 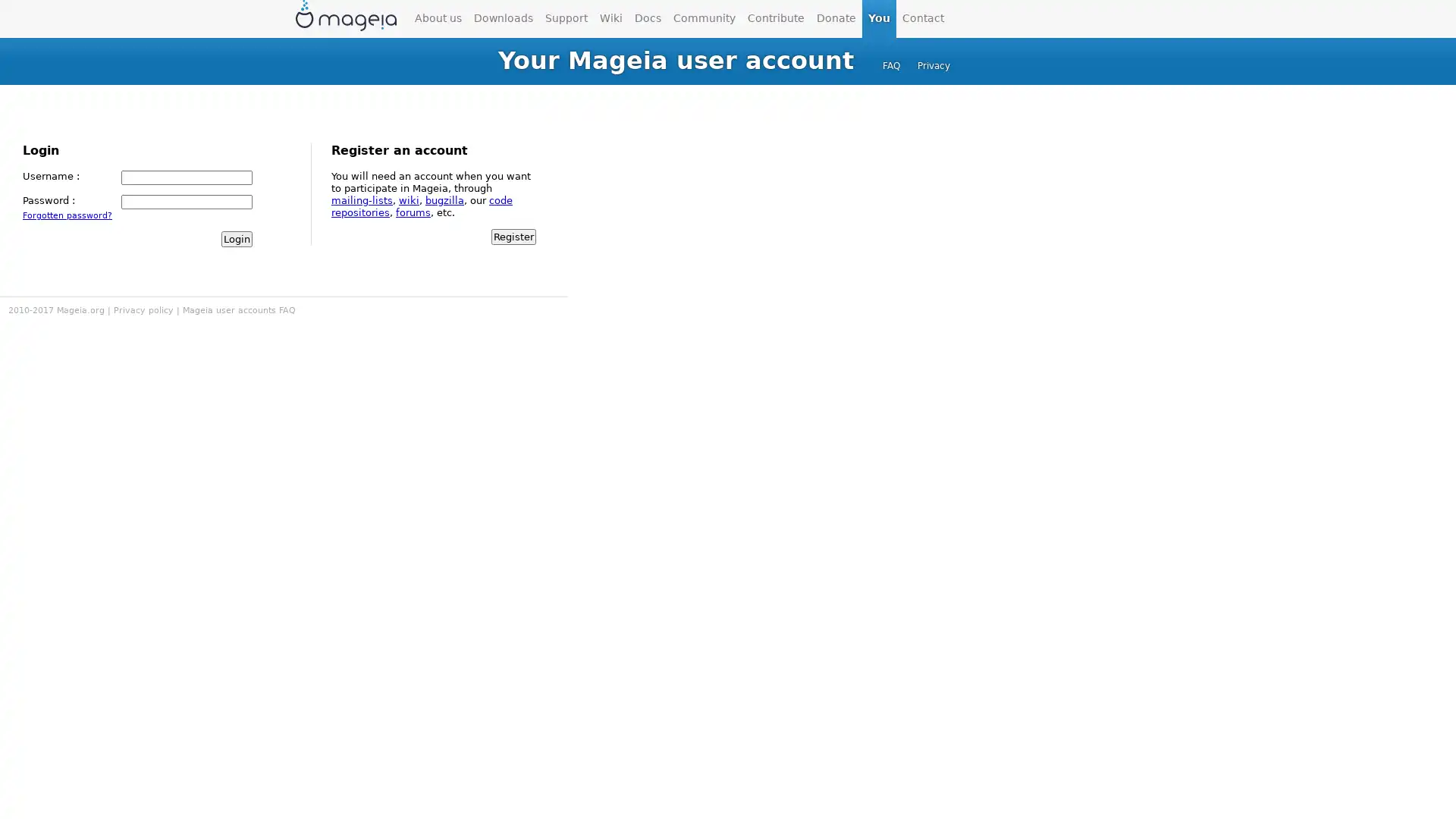 What do you see at coordinates (513, 236) in the screenshot?
I see `Register` at bounding box center [513, 236].